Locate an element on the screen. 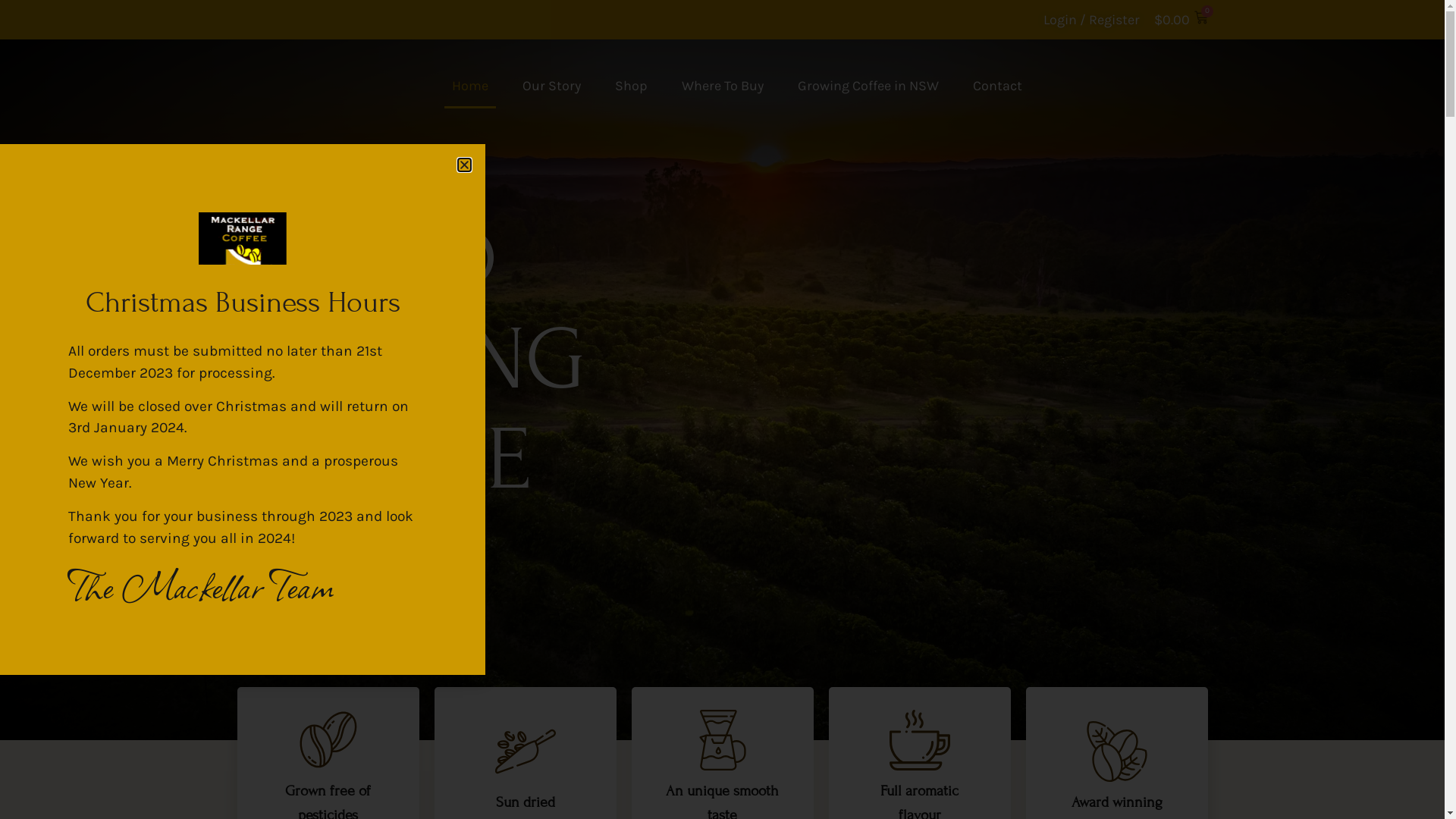 This screenshot has width=1456, height=819. 'Home' is located at coordinates (469, 85).